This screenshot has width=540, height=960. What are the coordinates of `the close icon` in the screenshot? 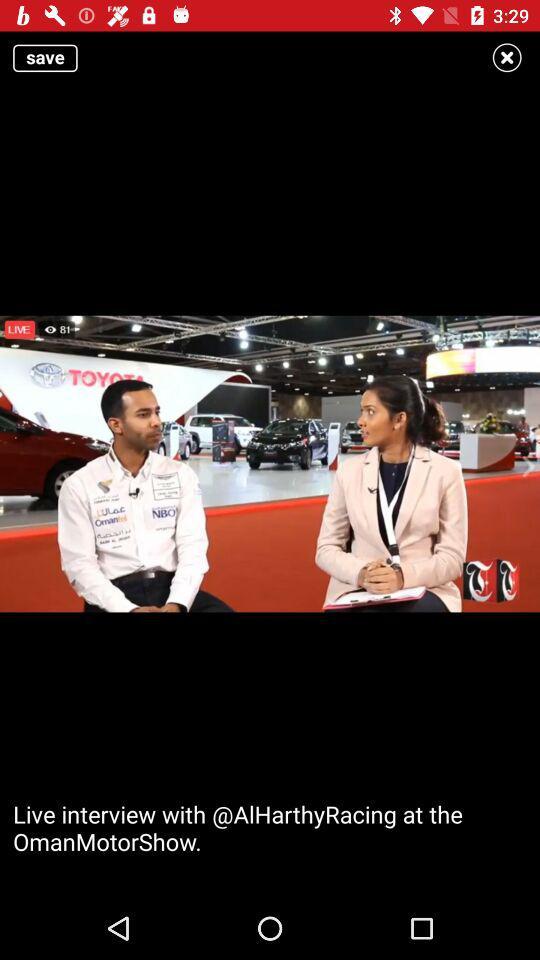 It's located at (499, 56).